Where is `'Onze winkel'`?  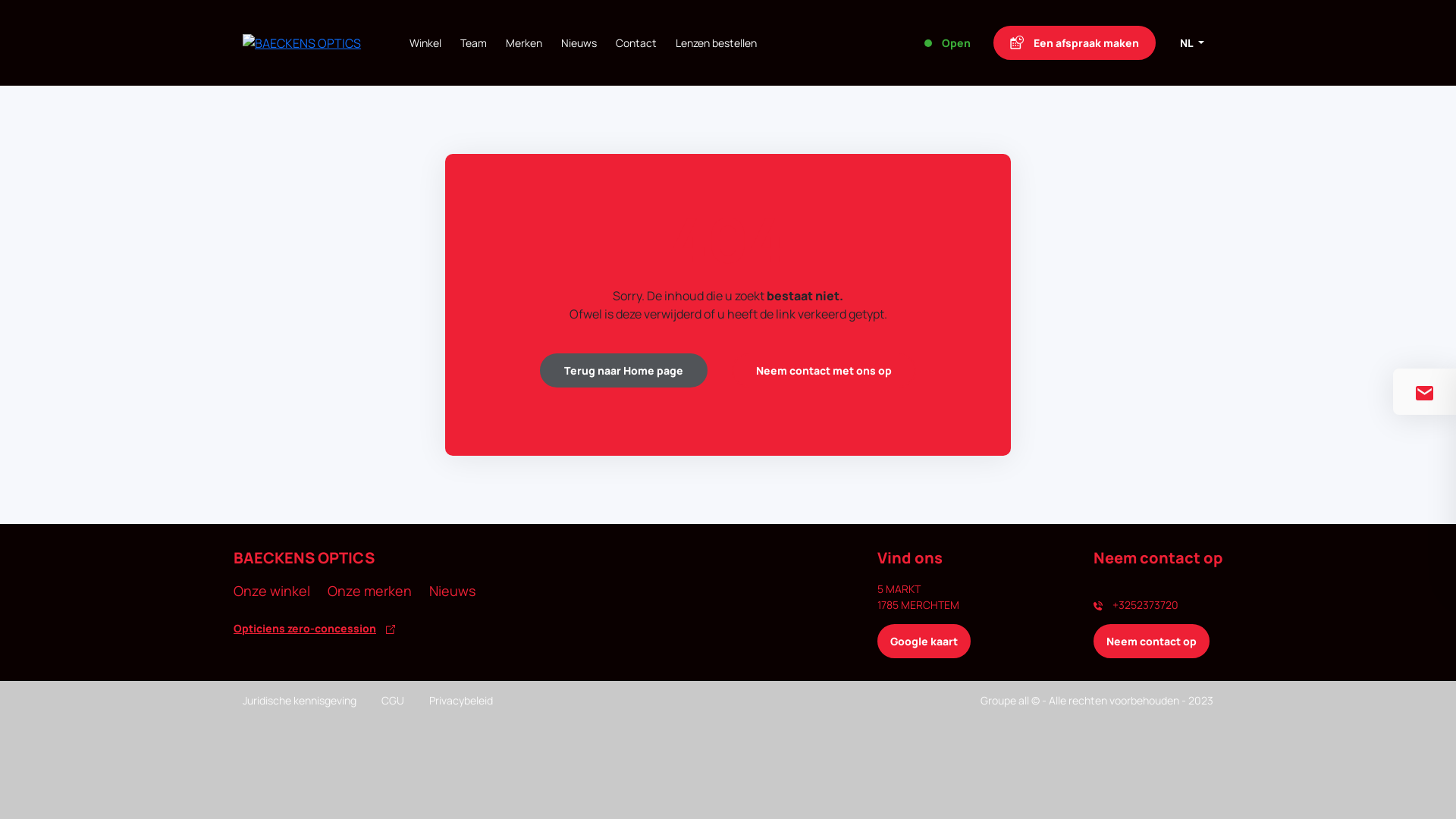 'Onze winkel' is located at coordinates (271, 590).